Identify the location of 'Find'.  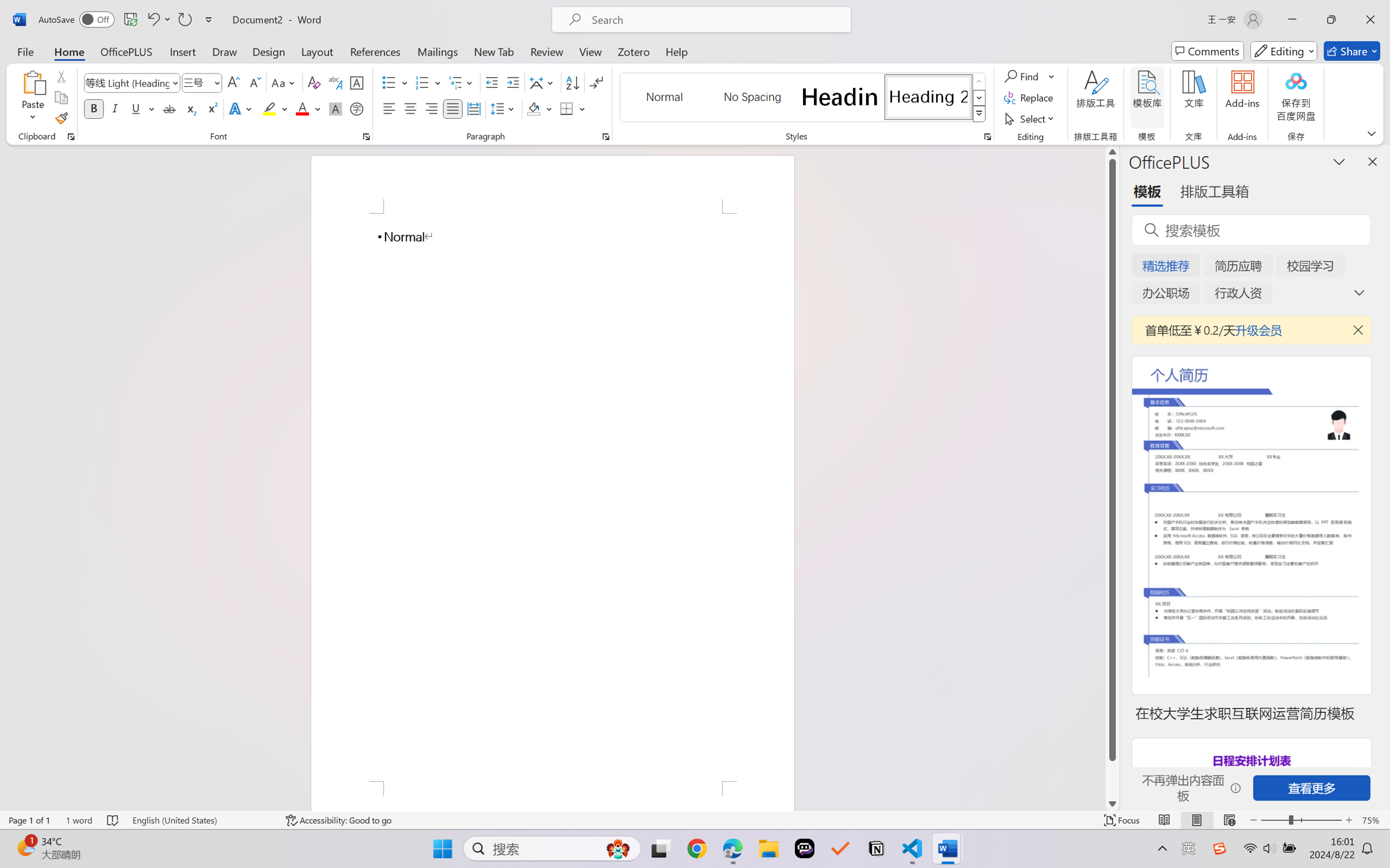
(1022, 75).